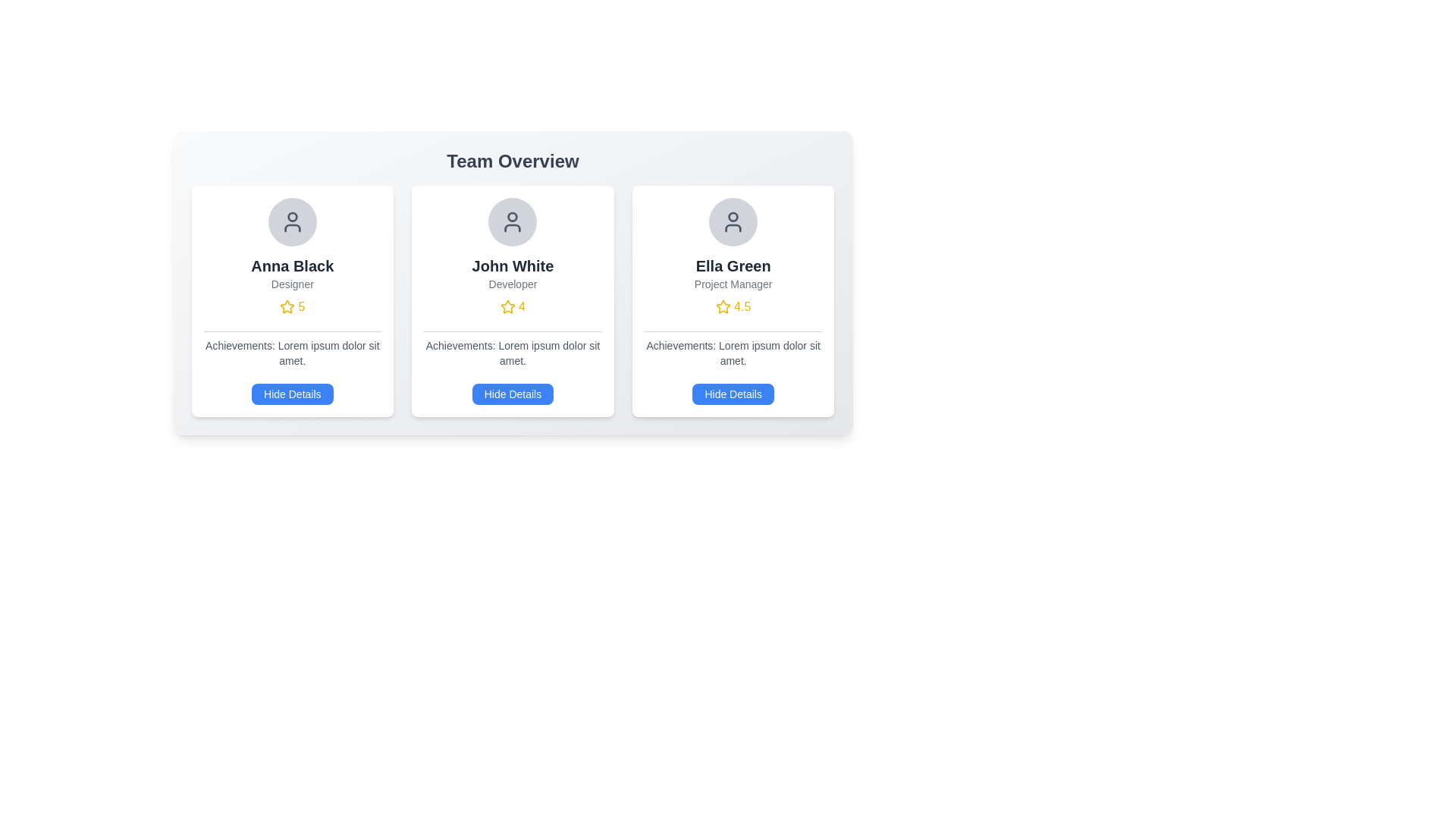 The height and width of the screenshot is (819, 1456). Describe the element at coordinates (292, 286) in the screenshot. I see `the Label displaying 'Anna Black' with a star rating in the first card of the 'Team Overview' section` at that location.